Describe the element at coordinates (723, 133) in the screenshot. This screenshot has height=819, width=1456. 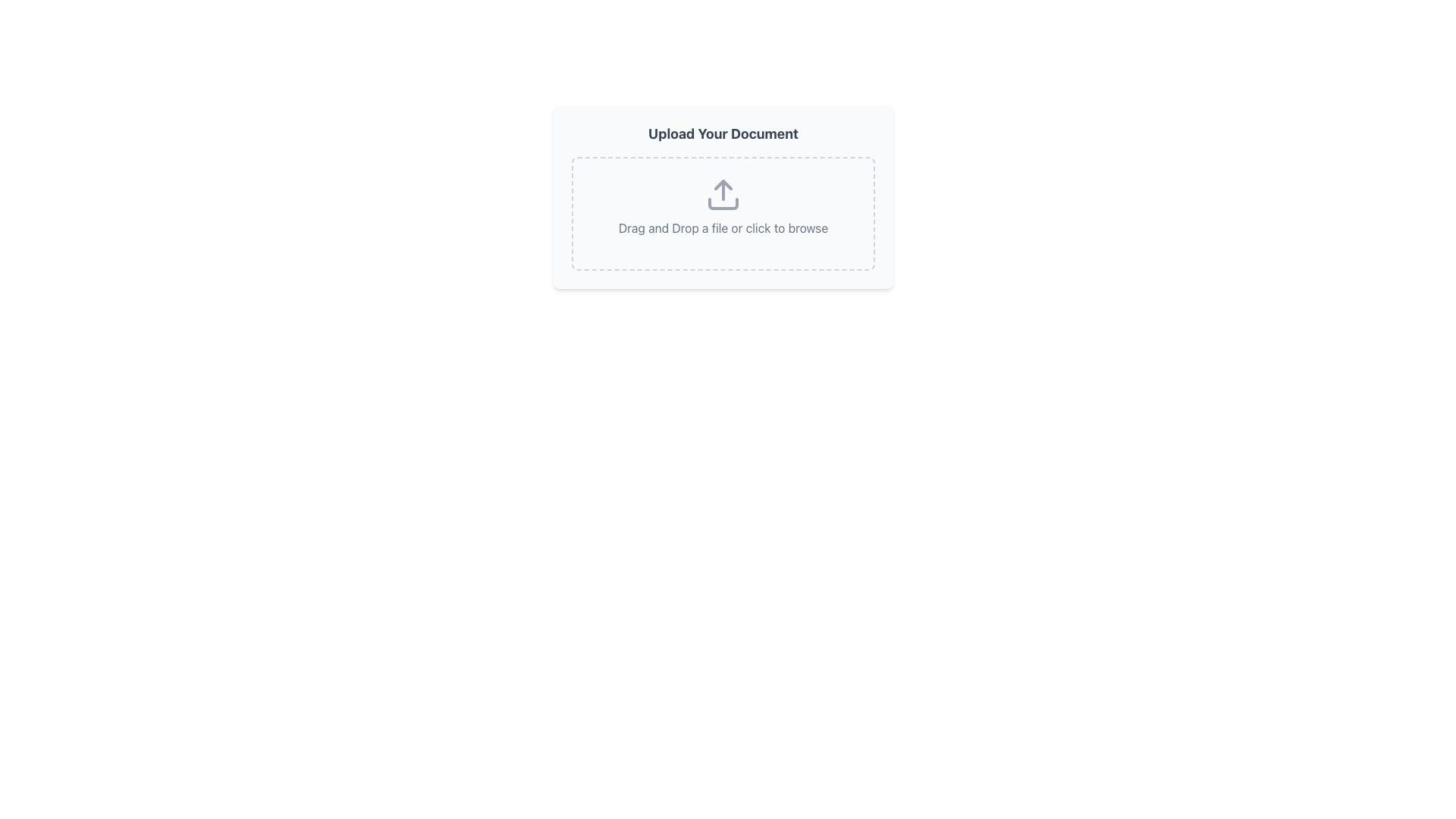
I see `the bold text label reading 'Upload Your Document' to focus on it` at that location.